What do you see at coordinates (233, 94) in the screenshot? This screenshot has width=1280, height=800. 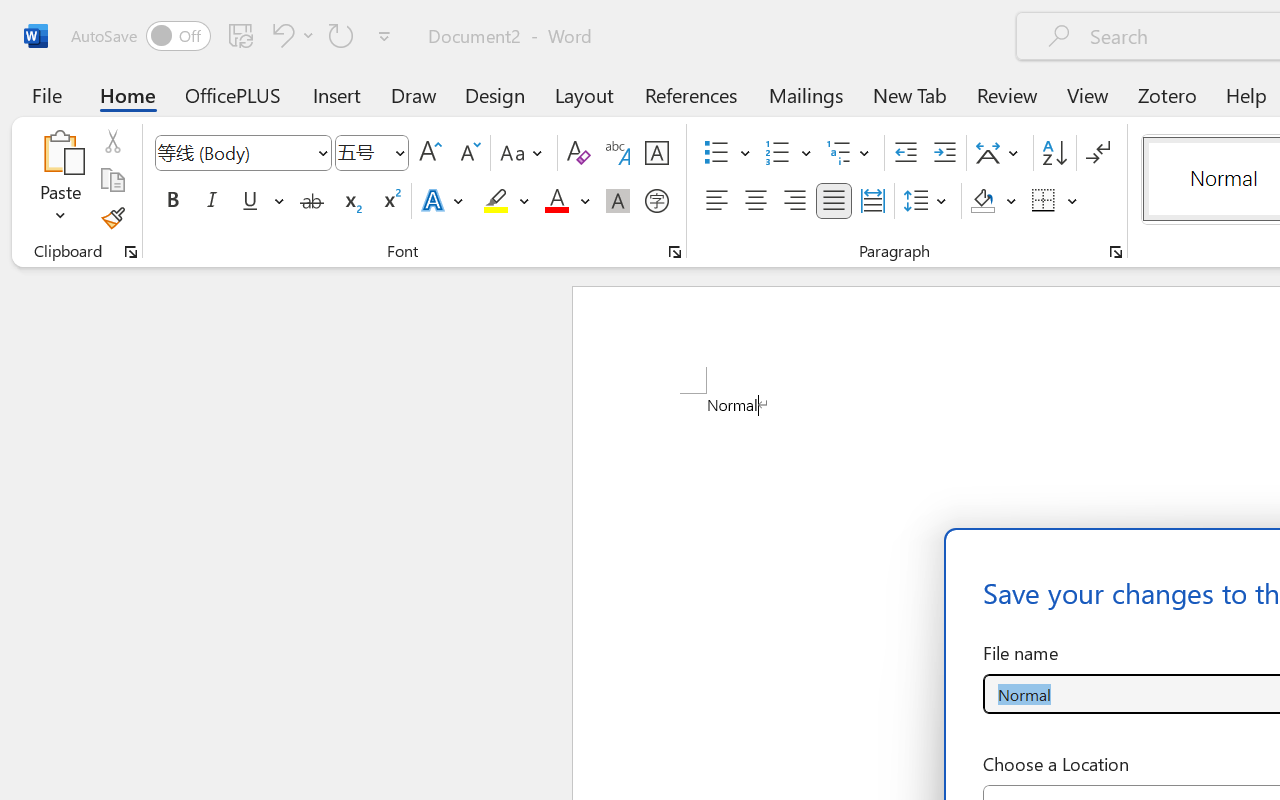 I see `'OfficePLUS'` at bounding box center [233, 94].